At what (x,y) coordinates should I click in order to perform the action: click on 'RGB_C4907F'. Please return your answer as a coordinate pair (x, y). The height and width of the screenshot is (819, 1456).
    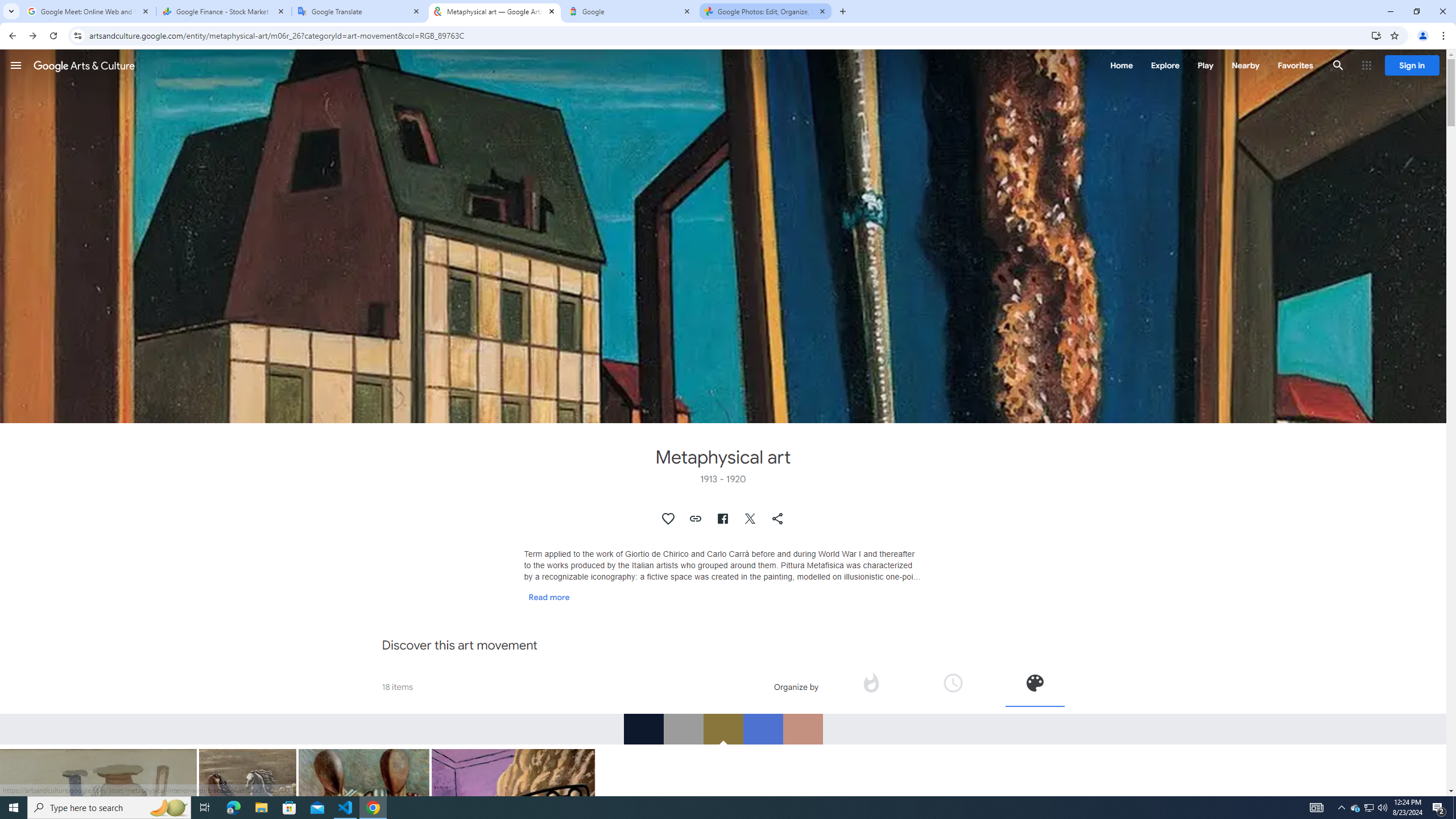
    Looking at the image, I should click on (802, 728).